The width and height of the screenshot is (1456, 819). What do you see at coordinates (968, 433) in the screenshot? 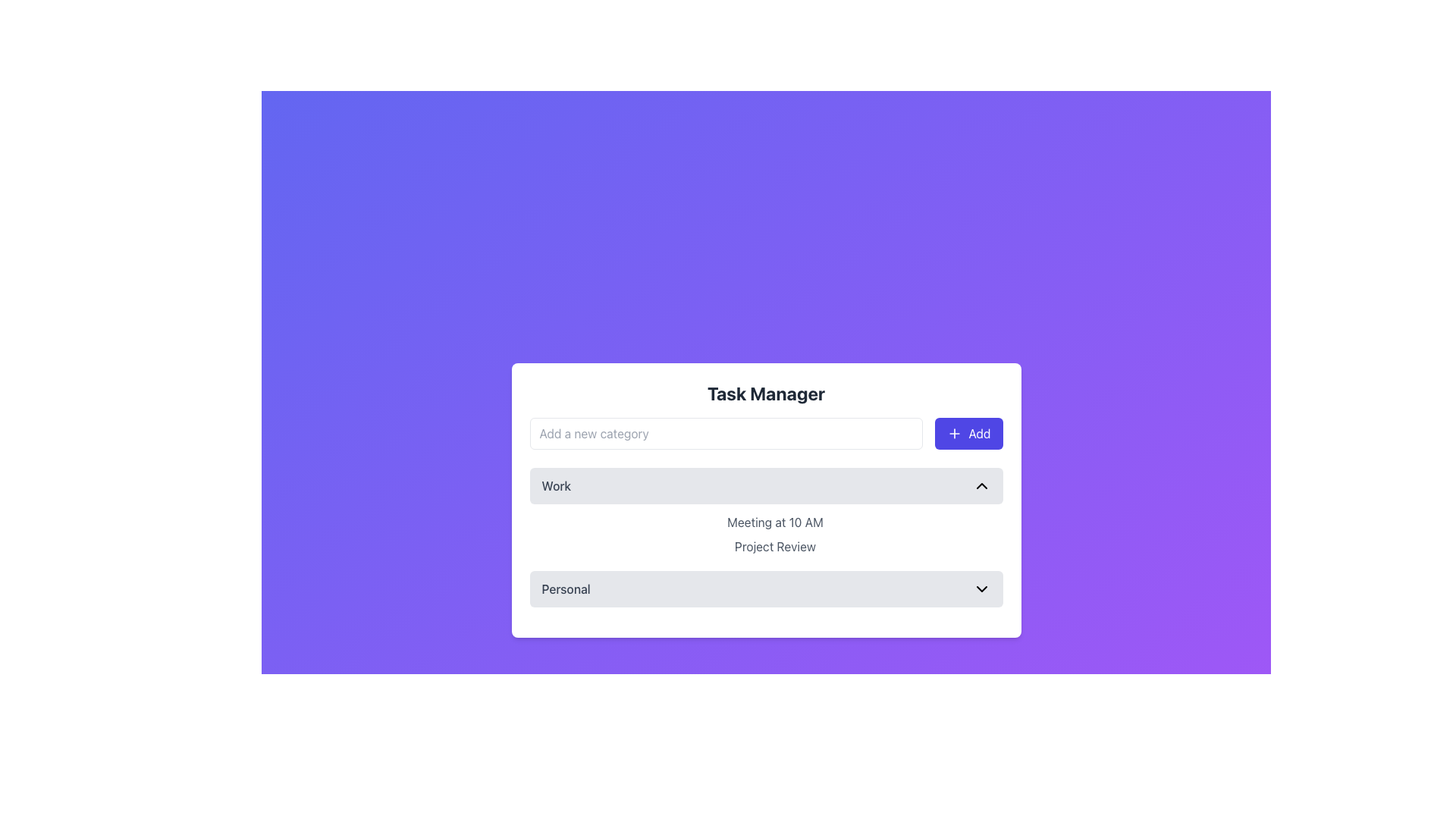
I see `the button with a blue background and white text that reads 'Add', located next to the text input field labeled 'Add a new category'` at bounding box center [968, 433].